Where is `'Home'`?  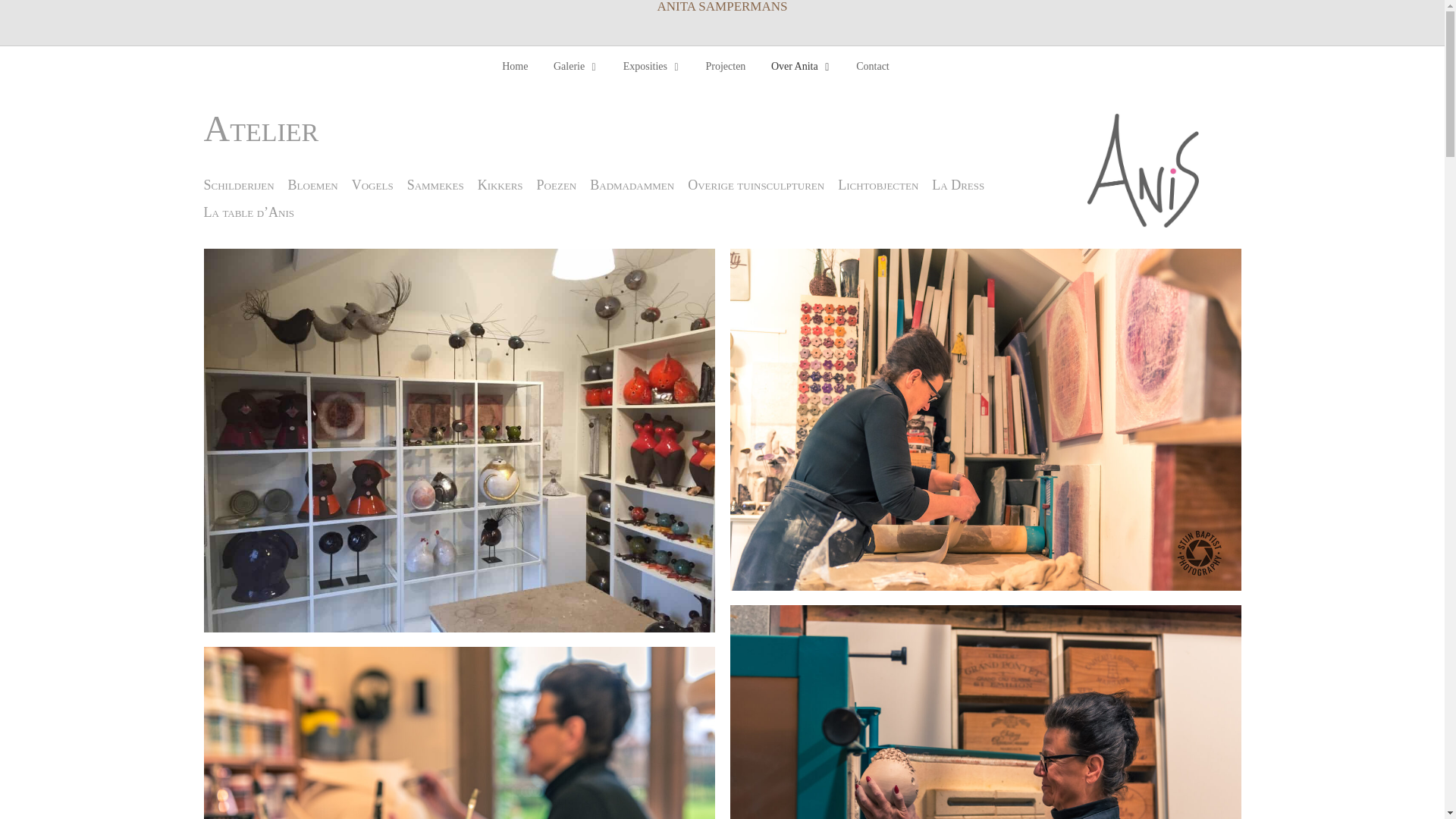 'Home' is located at coordinates (520, 66).